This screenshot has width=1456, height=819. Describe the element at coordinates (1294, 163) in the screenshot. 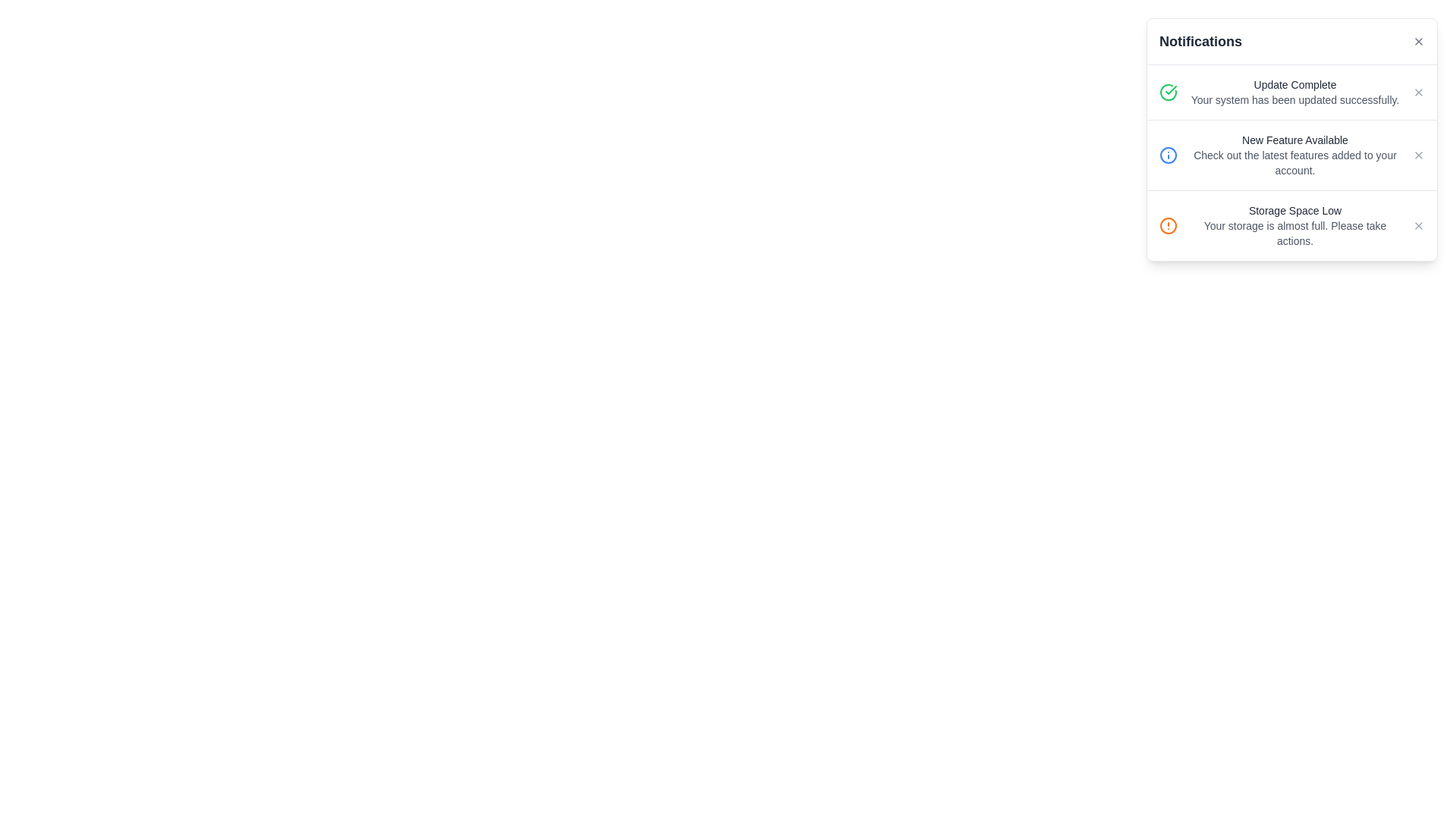

I see `descriptive text label providing details about the 'New Feature Available' notification, which is located in the notification panel below the title text` at that location.